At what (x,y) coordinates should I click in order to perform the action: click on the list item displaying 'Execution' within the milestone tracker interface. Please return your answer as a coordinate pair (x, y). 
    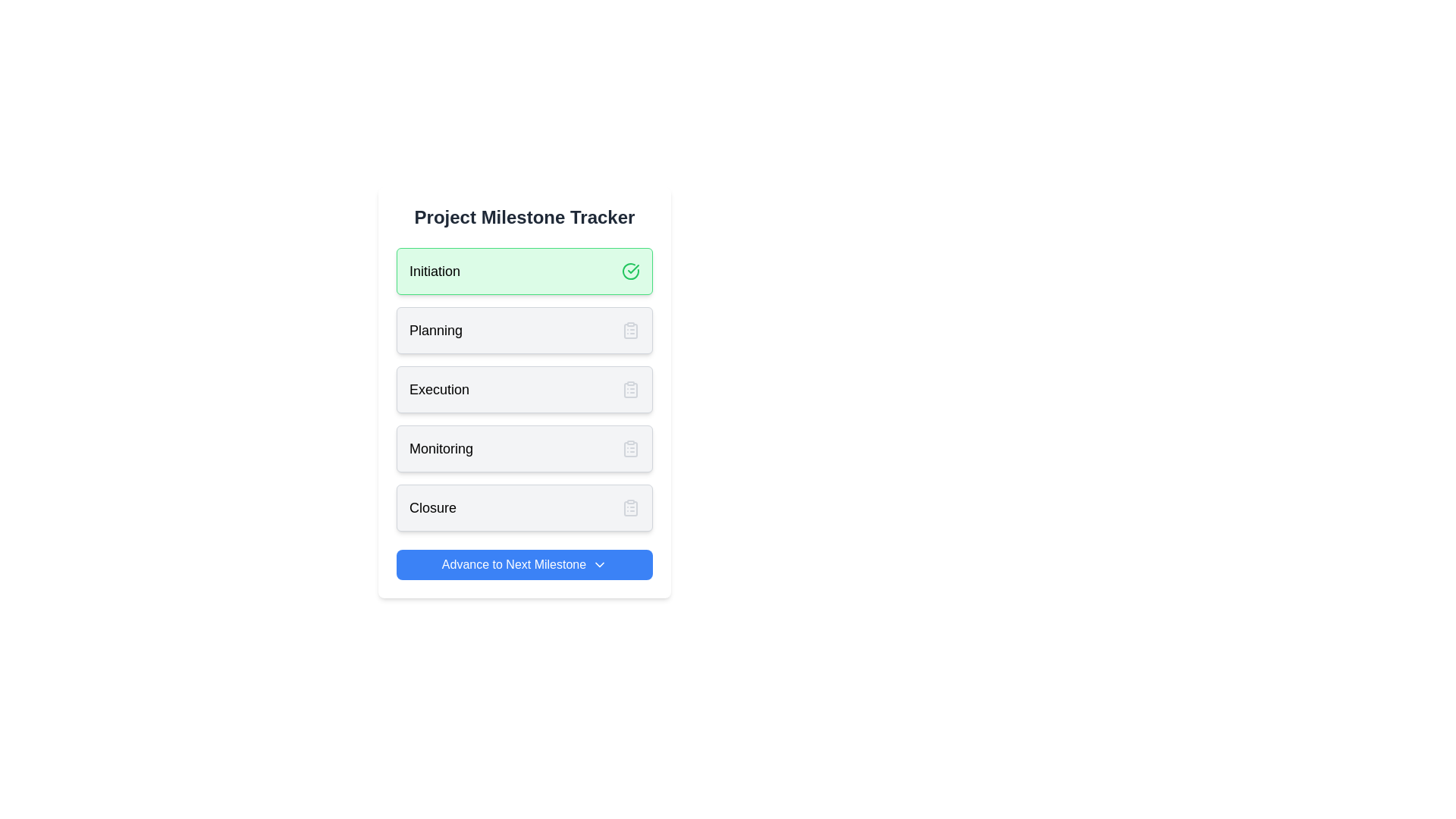
    Looking at the image, I should click on (524, 388).